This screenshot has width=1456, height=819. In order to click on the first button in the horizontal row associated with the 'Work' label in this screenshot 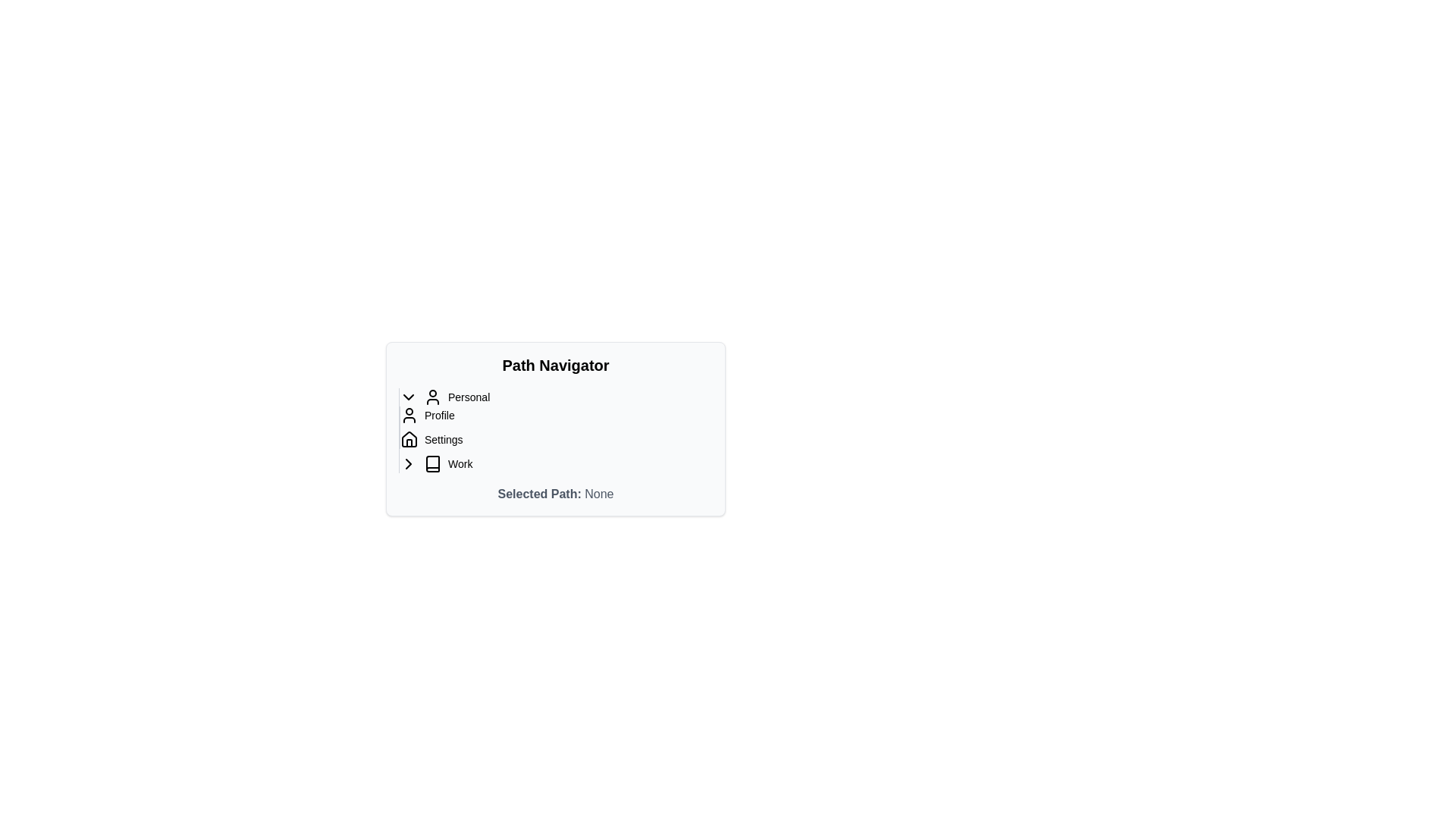, I will do `click(408, 463)`.